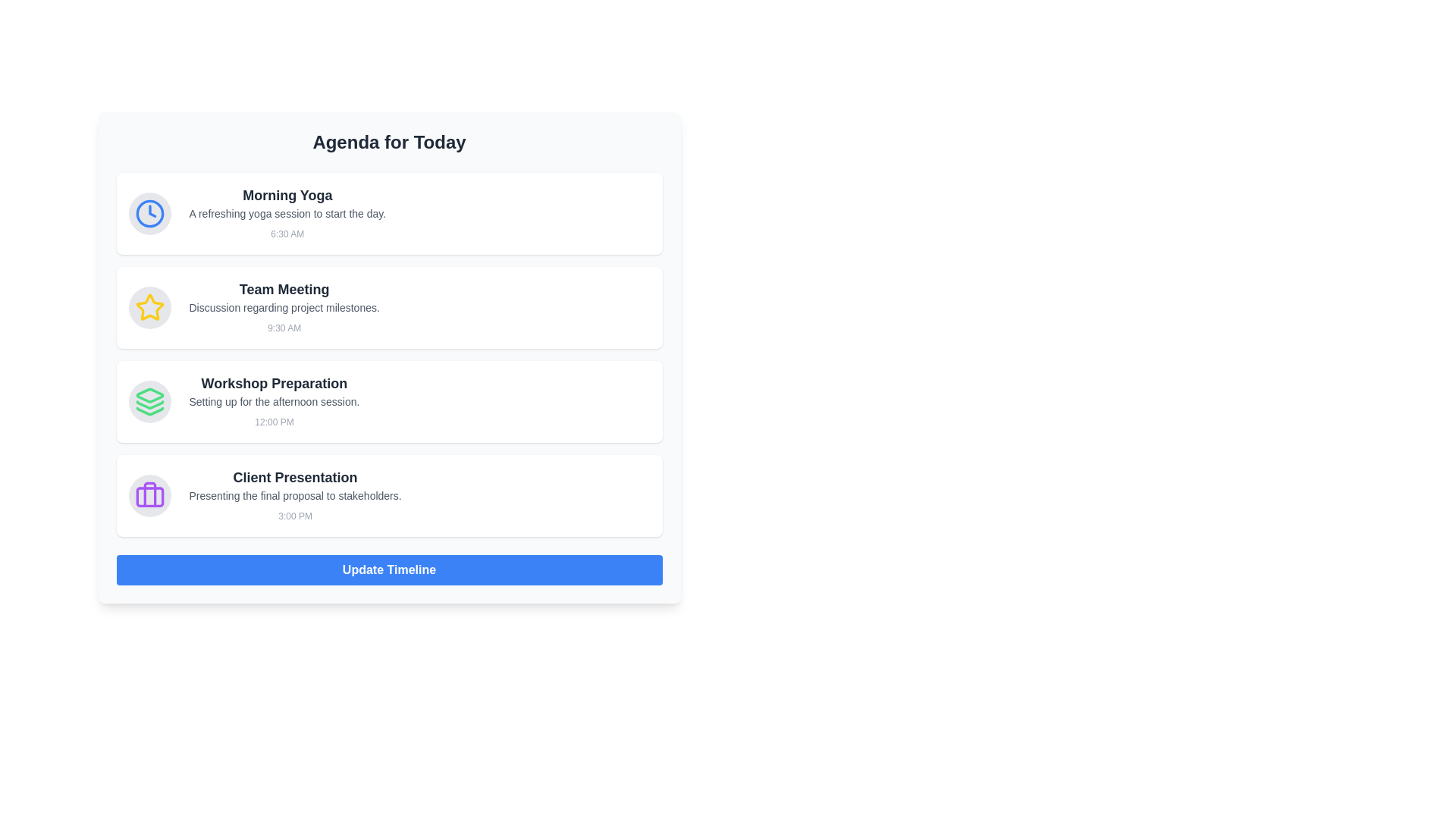 Image resolution: width=1456 pixels, height=819 pixels. I want to click on the text label 'Setting up for the afternoon session.' which is styled in light gray and positioned under the heading 'Workshop Preparation', so click(274, 400).